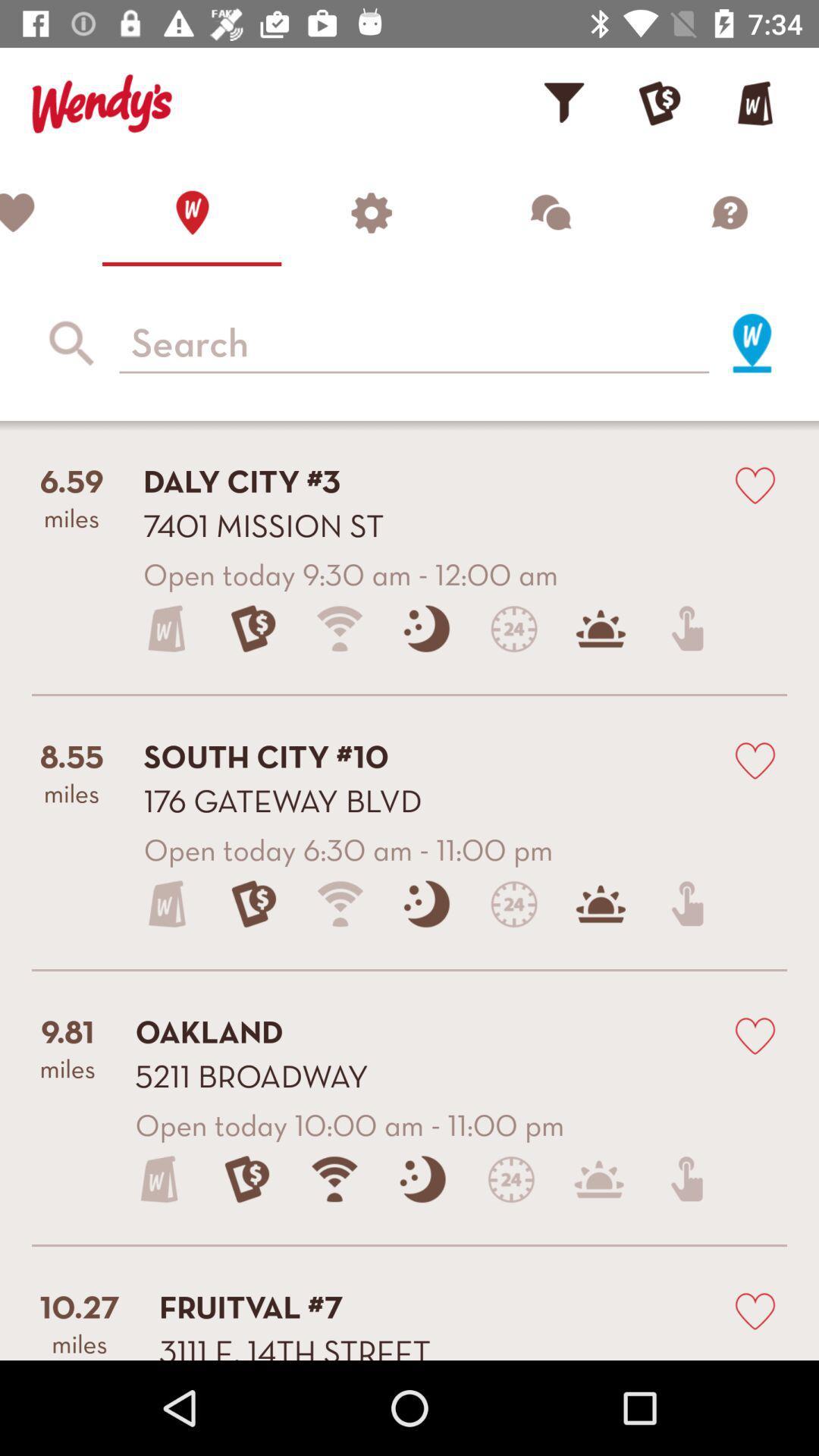  What do you see at coordinates (414, 342) in the screenshot?
I see `search locations` at bounding box center [414, 342].